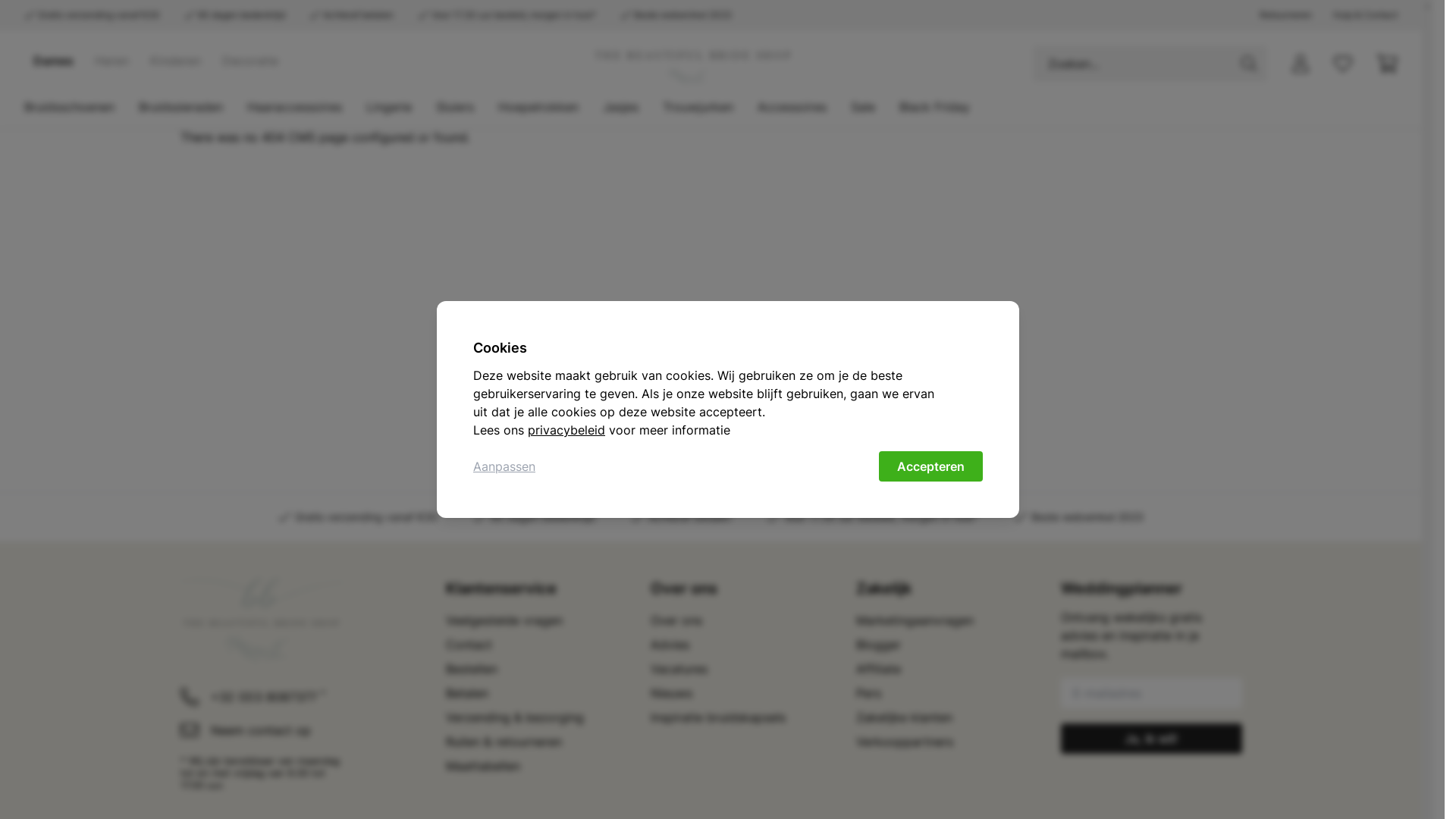 The width and height of the screenshot is (1456, 819). Describe the element at coordinates (454, 106) in the screenshot. I see `'Sluiers'` at that location.